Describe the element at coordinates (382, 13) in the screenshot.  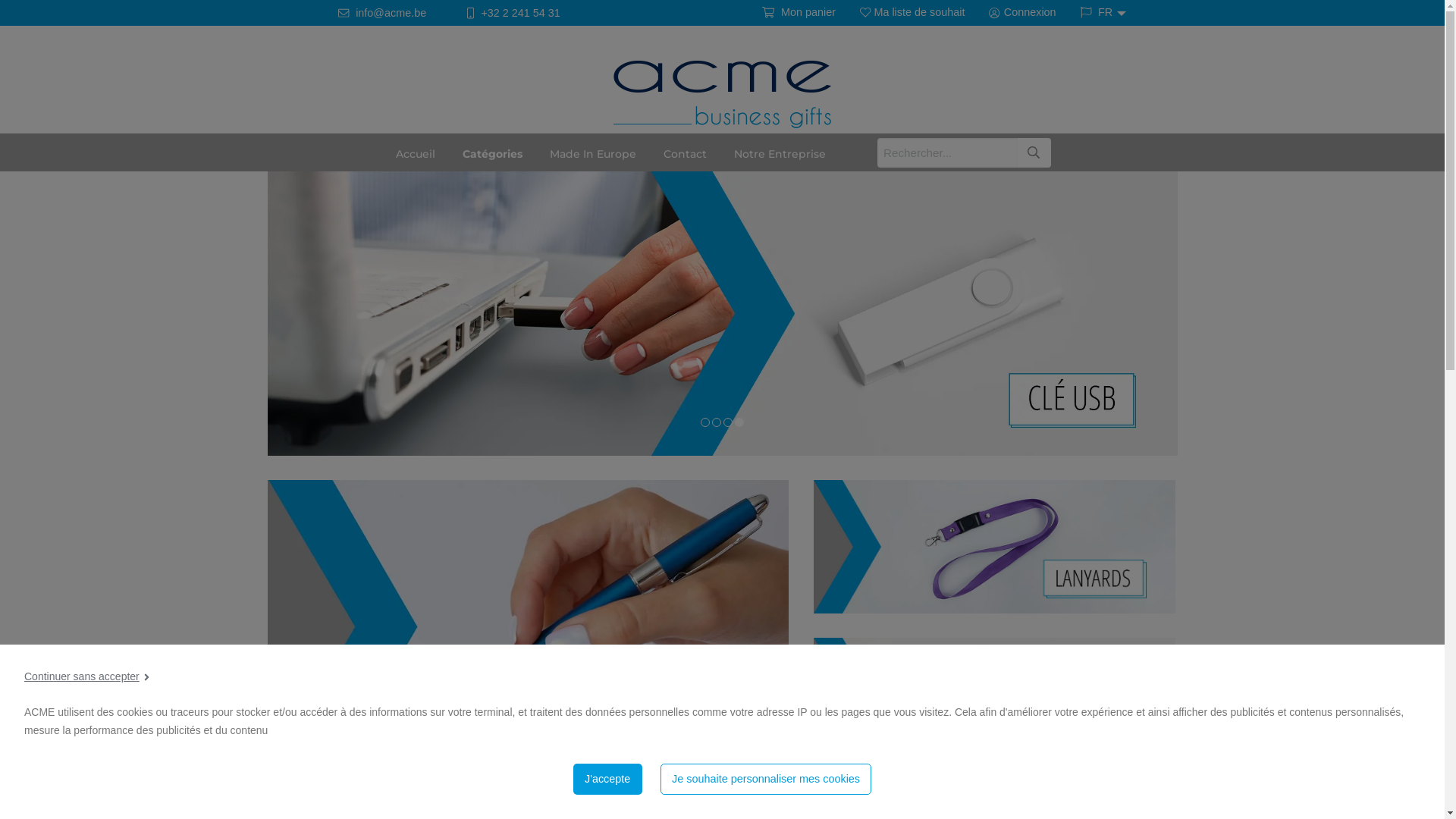
I see `'info@acme.be'` at that location.